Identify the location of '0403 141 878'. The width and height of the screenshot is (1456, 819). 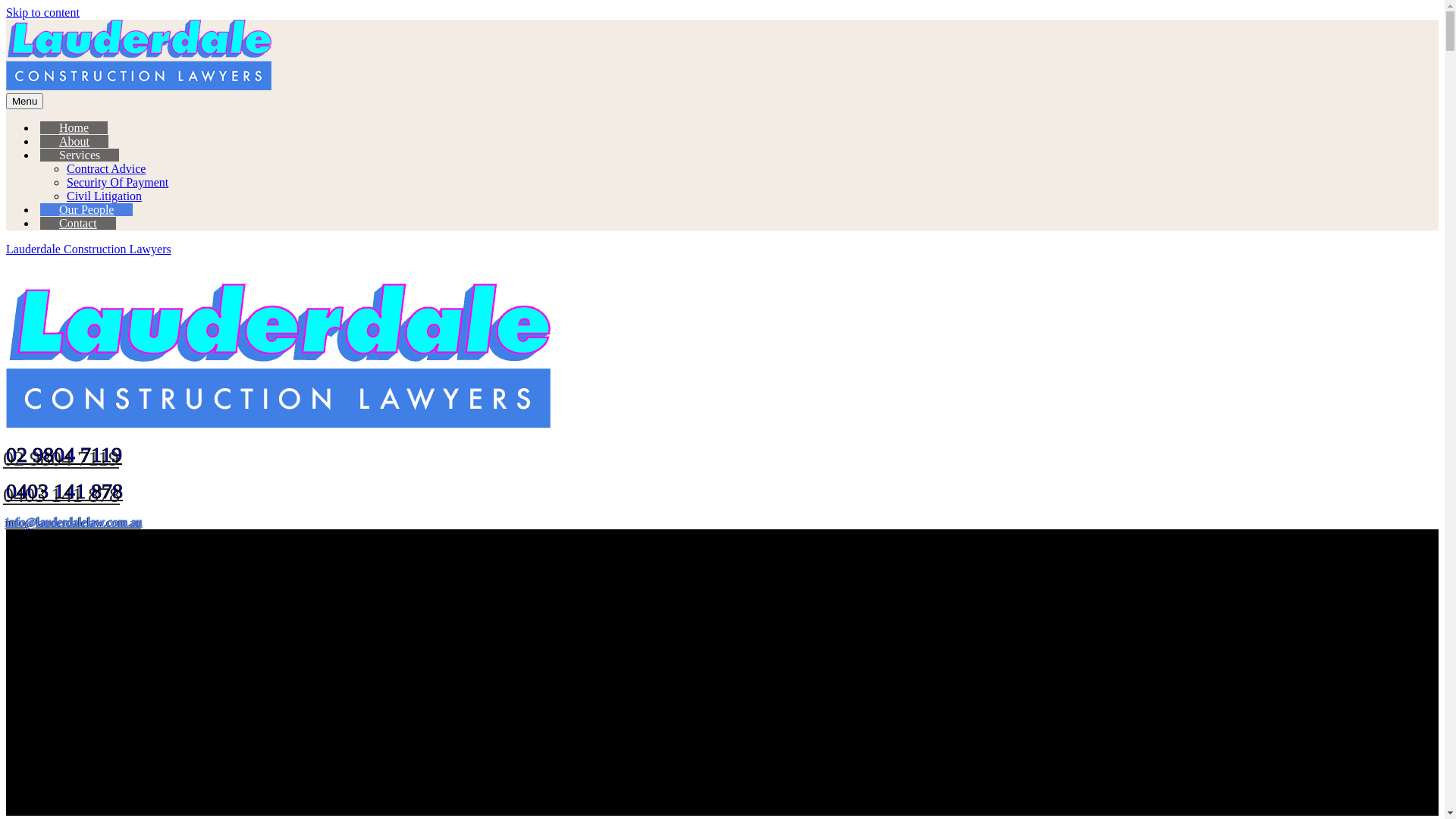
(64, 491).